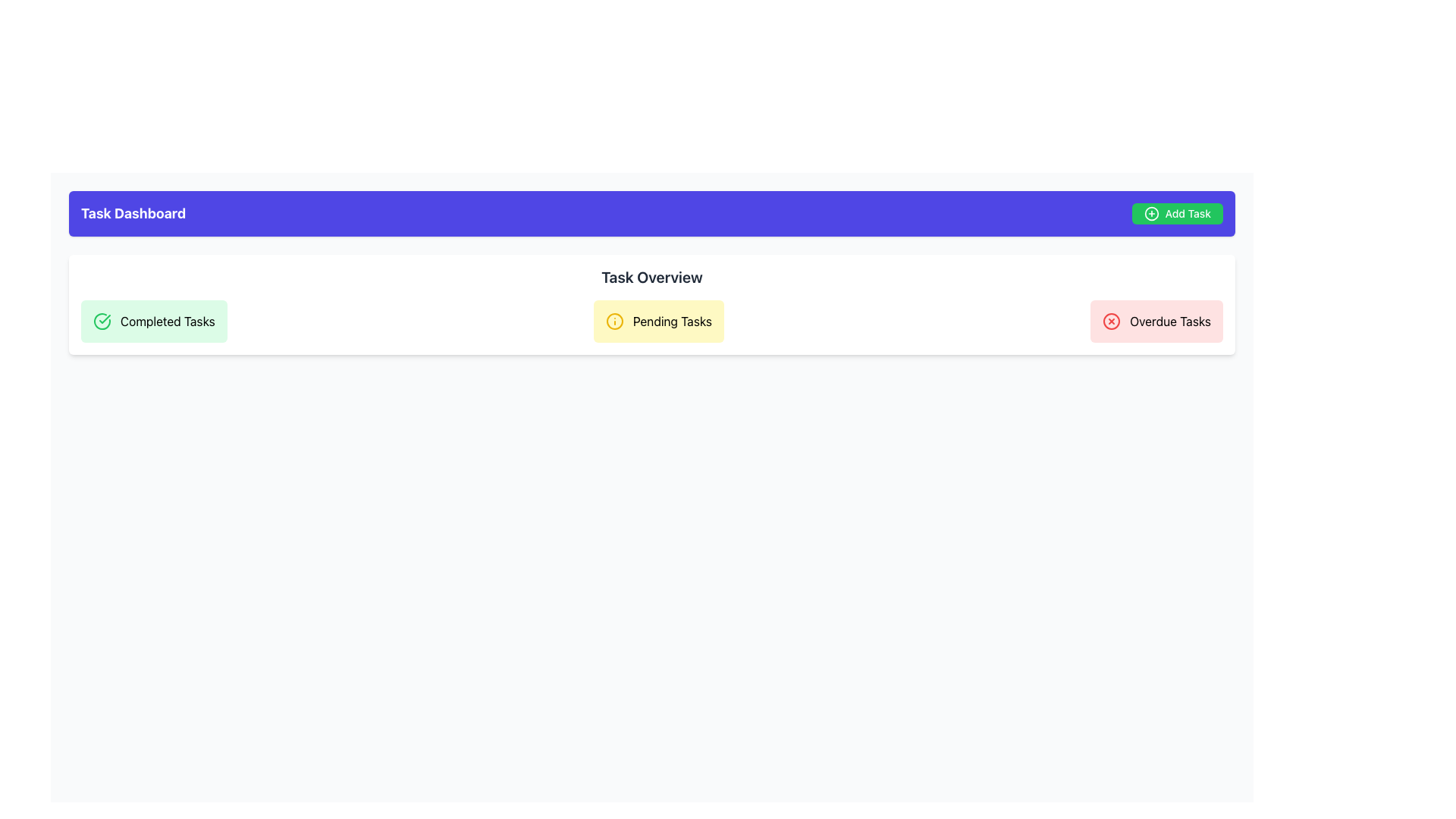  Describe the element at coordinates (1151, 213) in the screenshot. I see `the graphical circle that is part of the 'Add Task' button icon, which visually enhances the button for adding tasks` at that location.